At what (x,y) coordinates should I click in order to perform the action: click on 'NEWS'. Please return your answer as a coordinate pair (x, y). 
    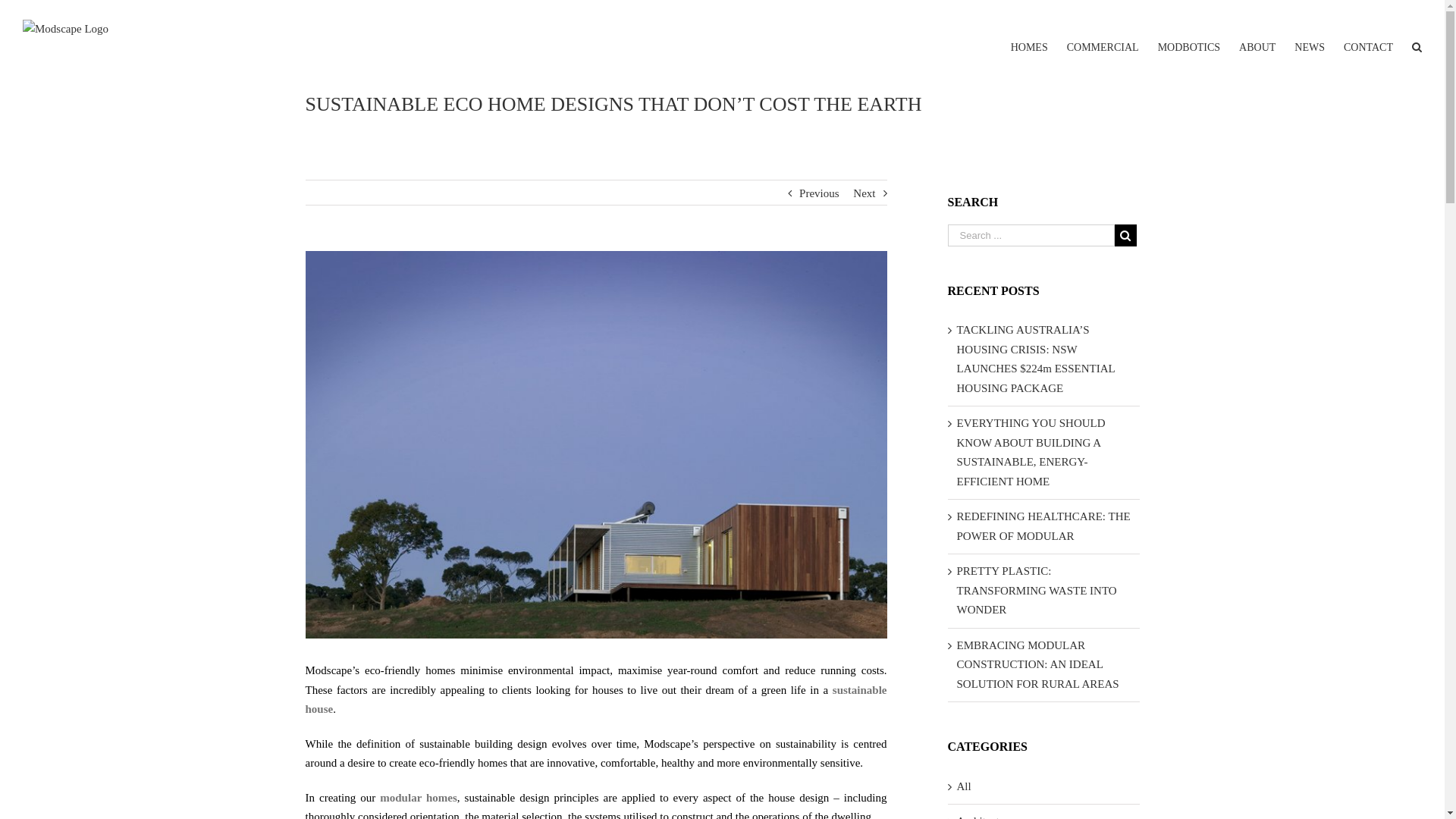
    Looking at the image, I should click on (1309, 35).